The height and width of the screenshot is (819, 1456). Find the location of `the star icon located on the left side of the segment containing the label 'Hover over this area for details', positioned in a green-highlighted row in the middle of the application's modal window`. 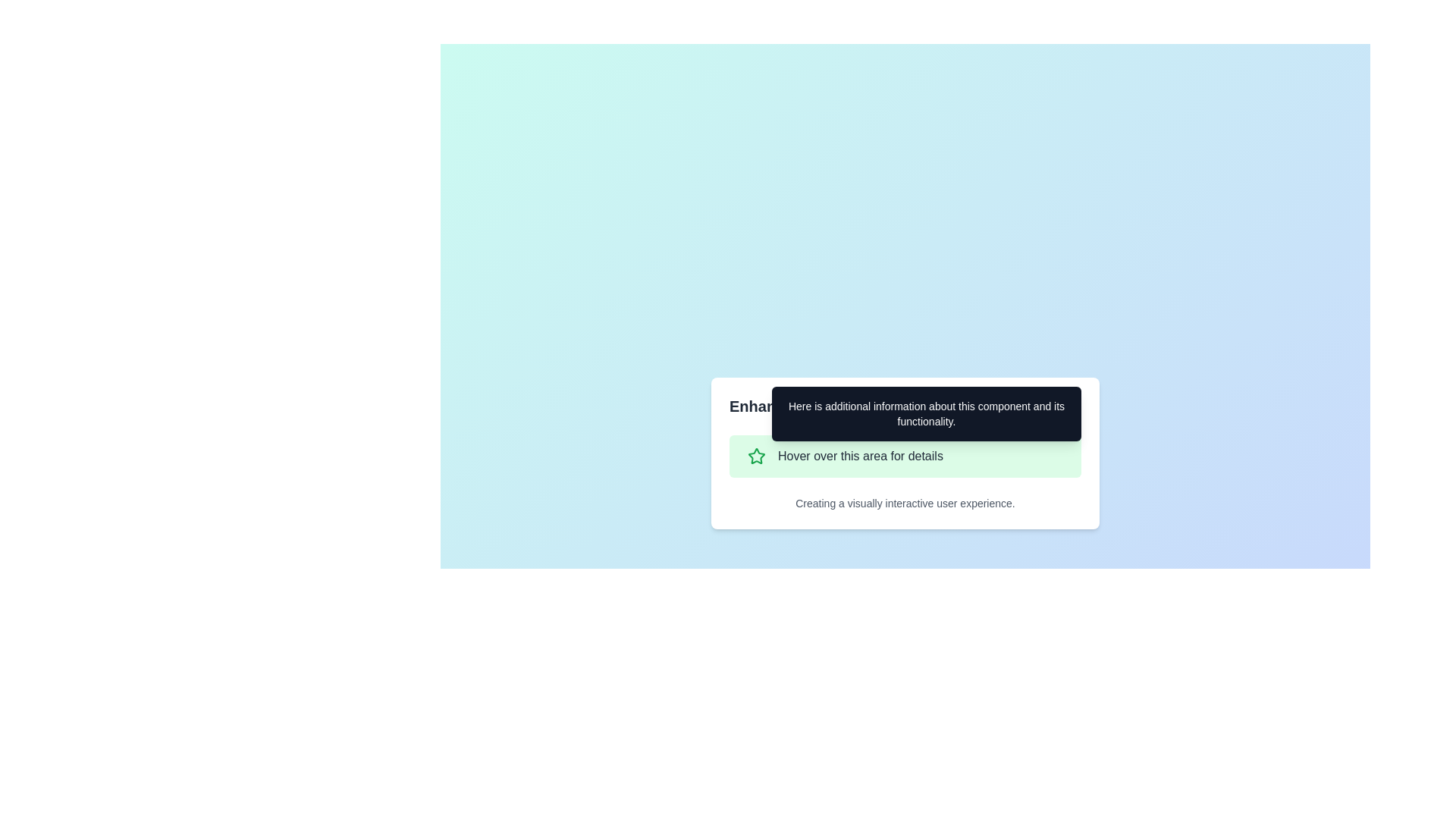

the star icon located on the left side of the segment containing the label 'Hover over this area for details', positioned in a green-highlighted row in the middle of the application's modal window is located at coordinates (757, 455).